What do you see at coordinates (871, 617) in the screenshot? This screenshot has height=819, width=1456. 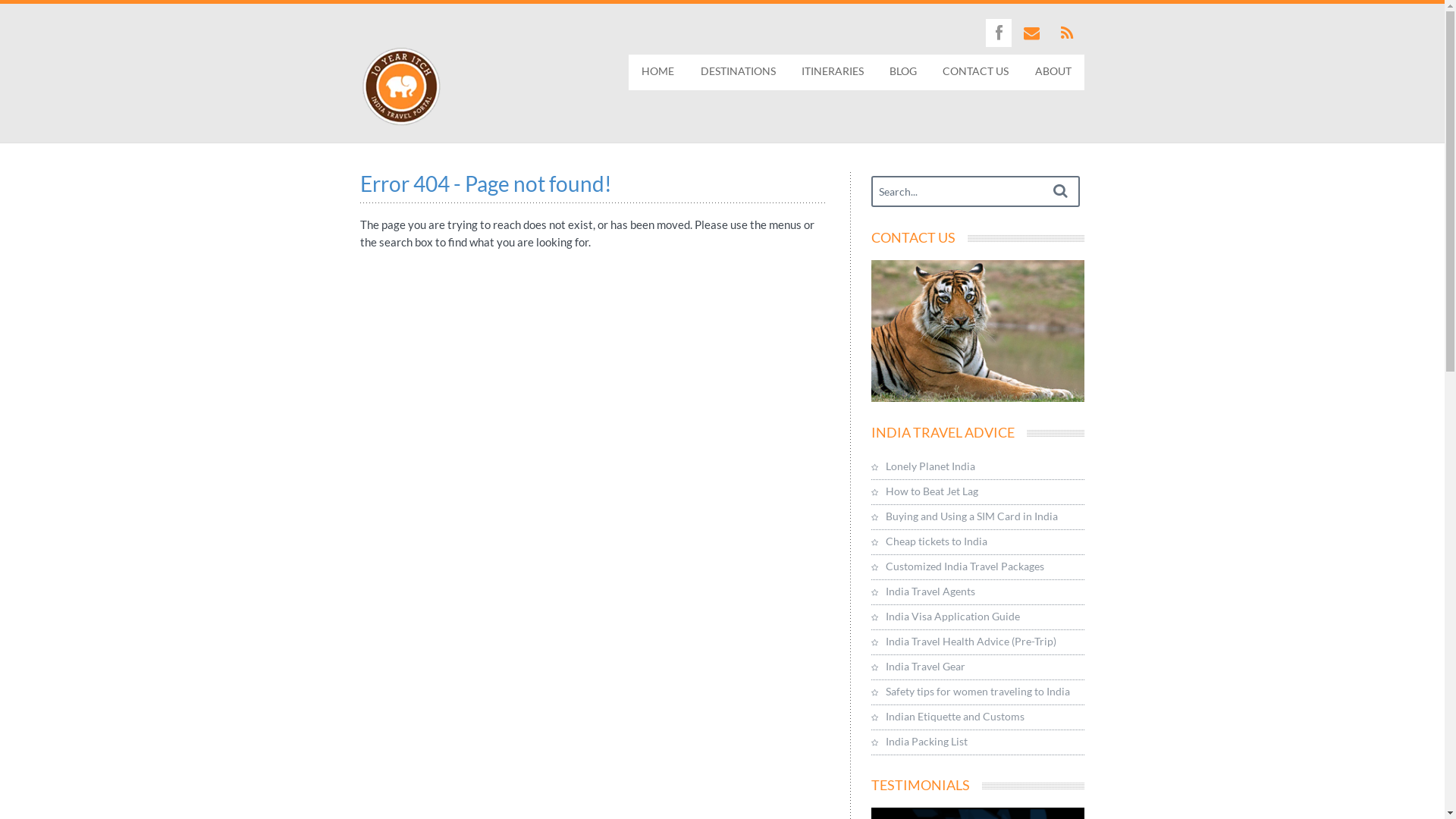 I see `'India Visa Application Guide'` at bounding box center [871, 617].